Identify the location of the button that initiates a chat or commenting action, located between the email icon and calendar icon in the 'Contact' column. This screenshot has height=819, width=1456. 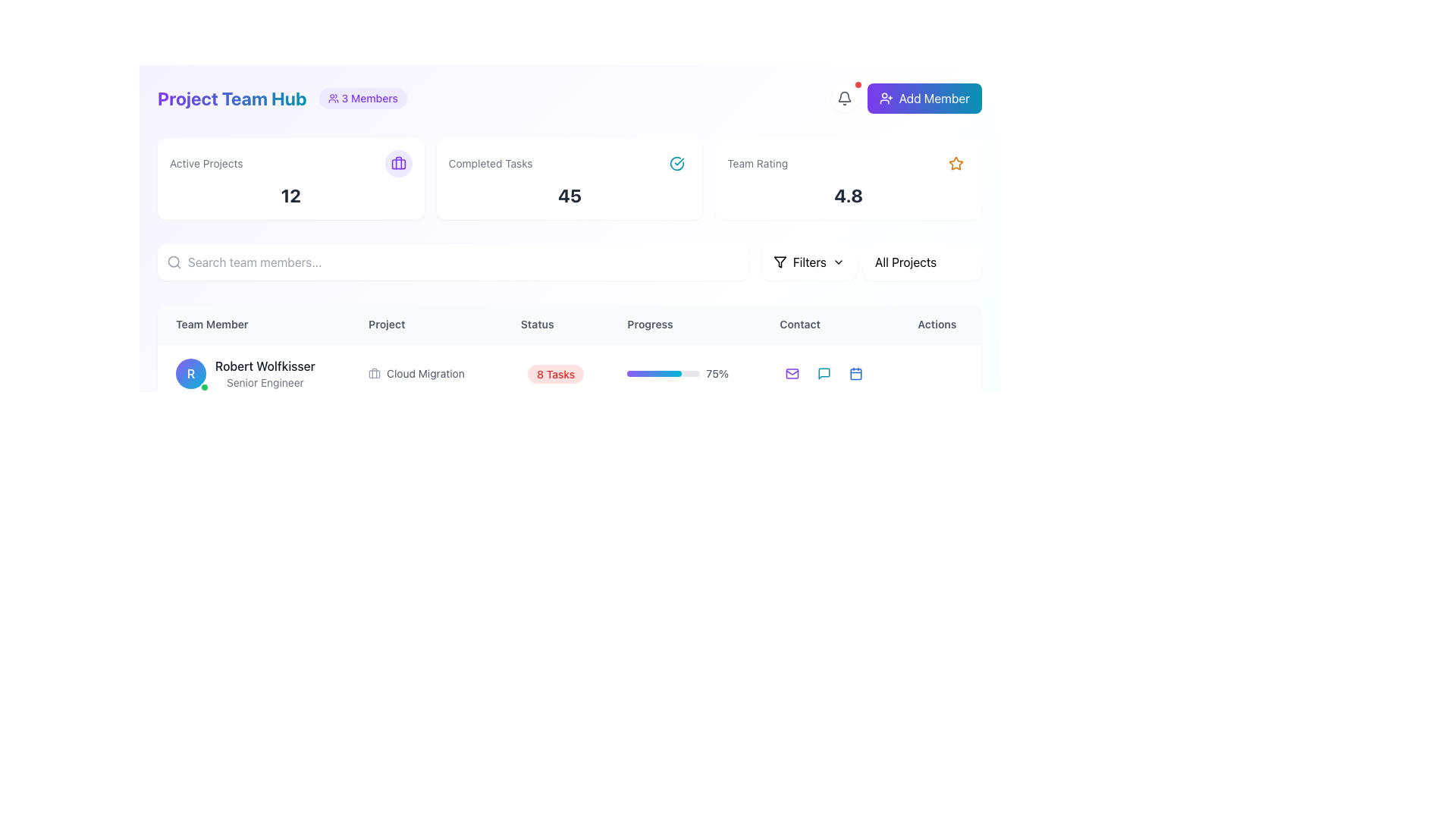
(824, 374).